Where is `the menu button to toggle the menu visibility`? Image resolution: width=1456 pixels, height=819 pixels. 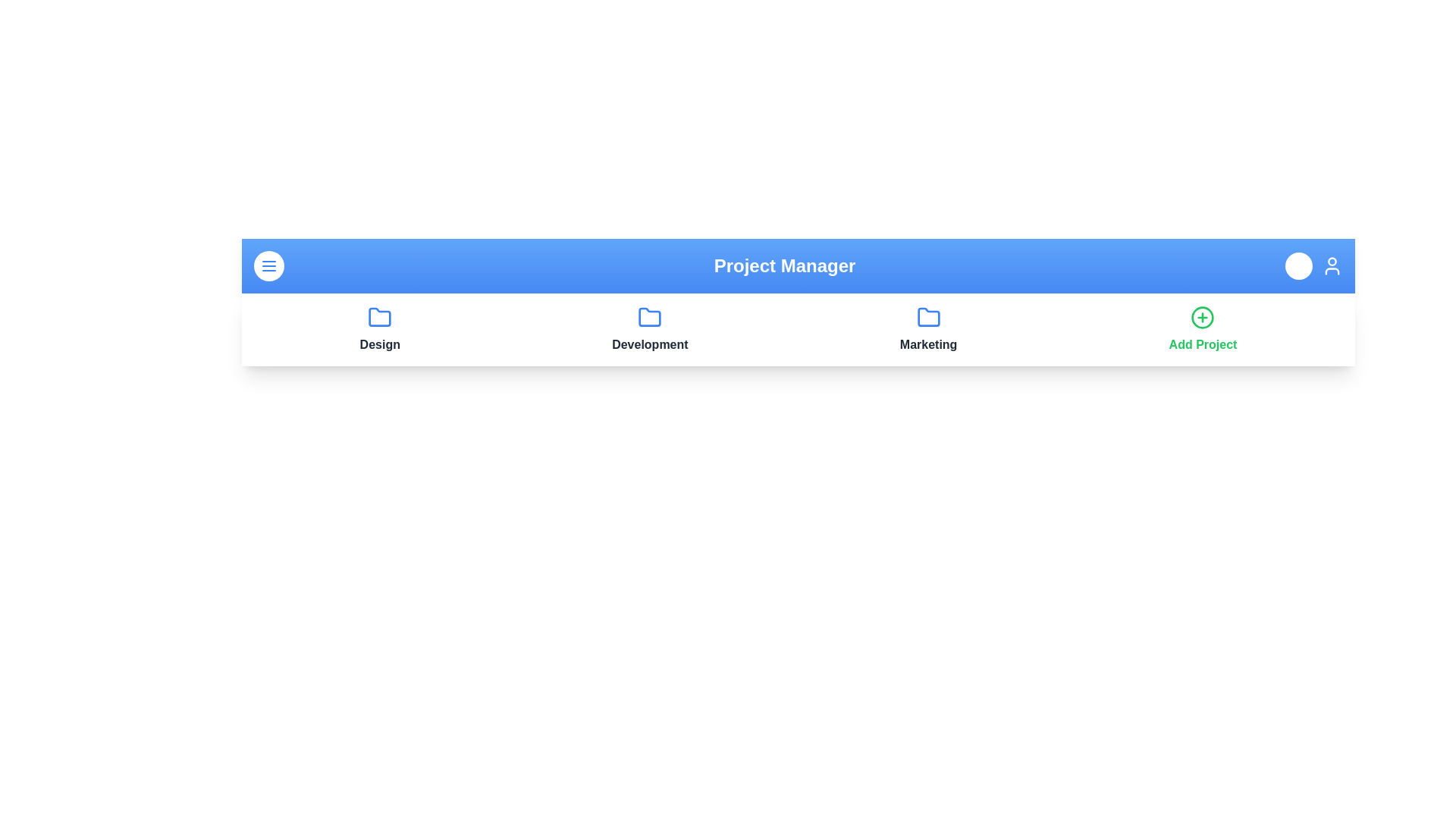 the menu button to toggle the menu visibility is located at coordinates (269, 265).